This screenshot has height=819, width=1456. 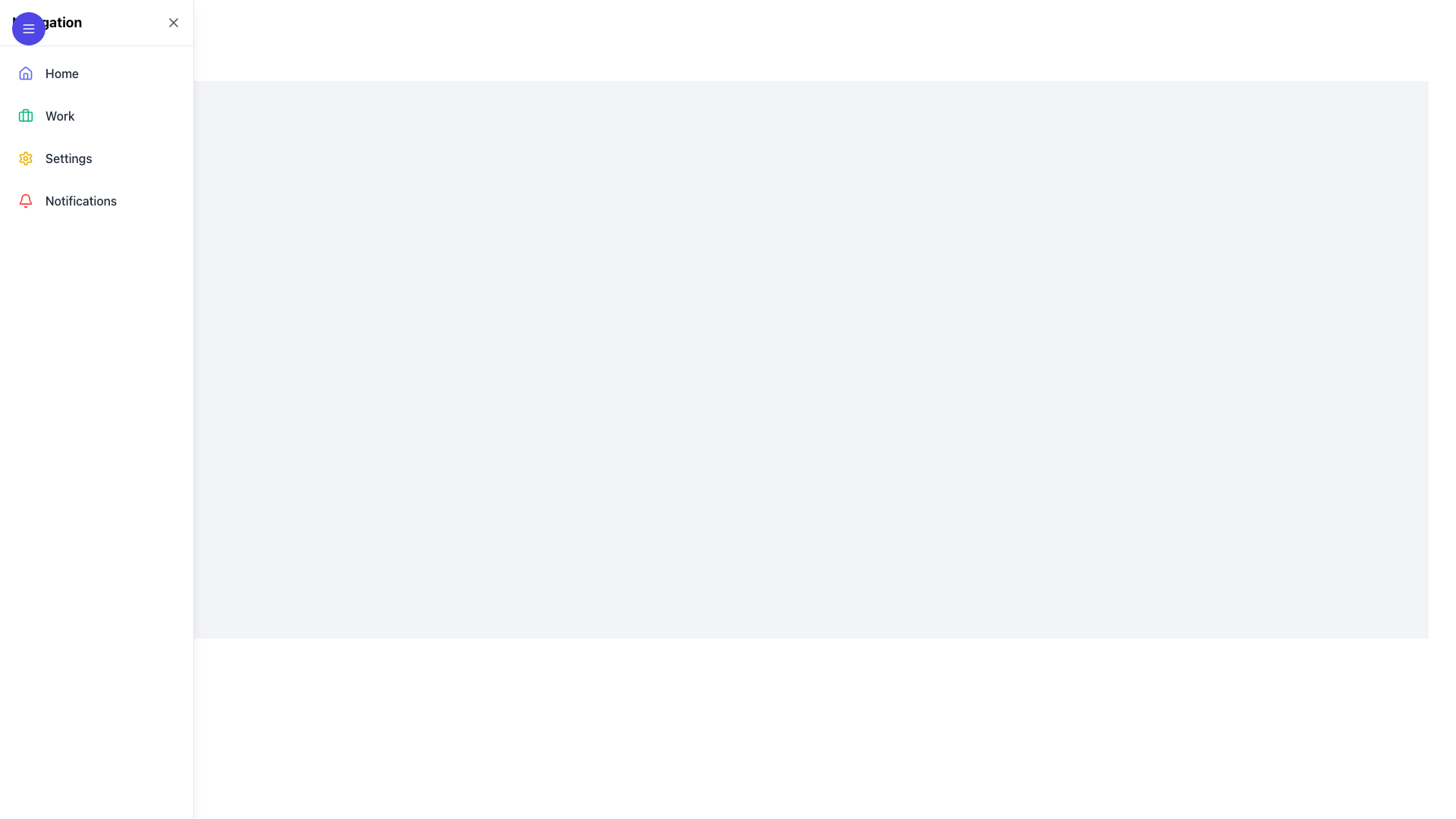 What do you see at coordinates (67, 158) in the screenshot?
I see `the 'Settings' text label in the sidebar navigation menu` at bounding box center [67, 158].